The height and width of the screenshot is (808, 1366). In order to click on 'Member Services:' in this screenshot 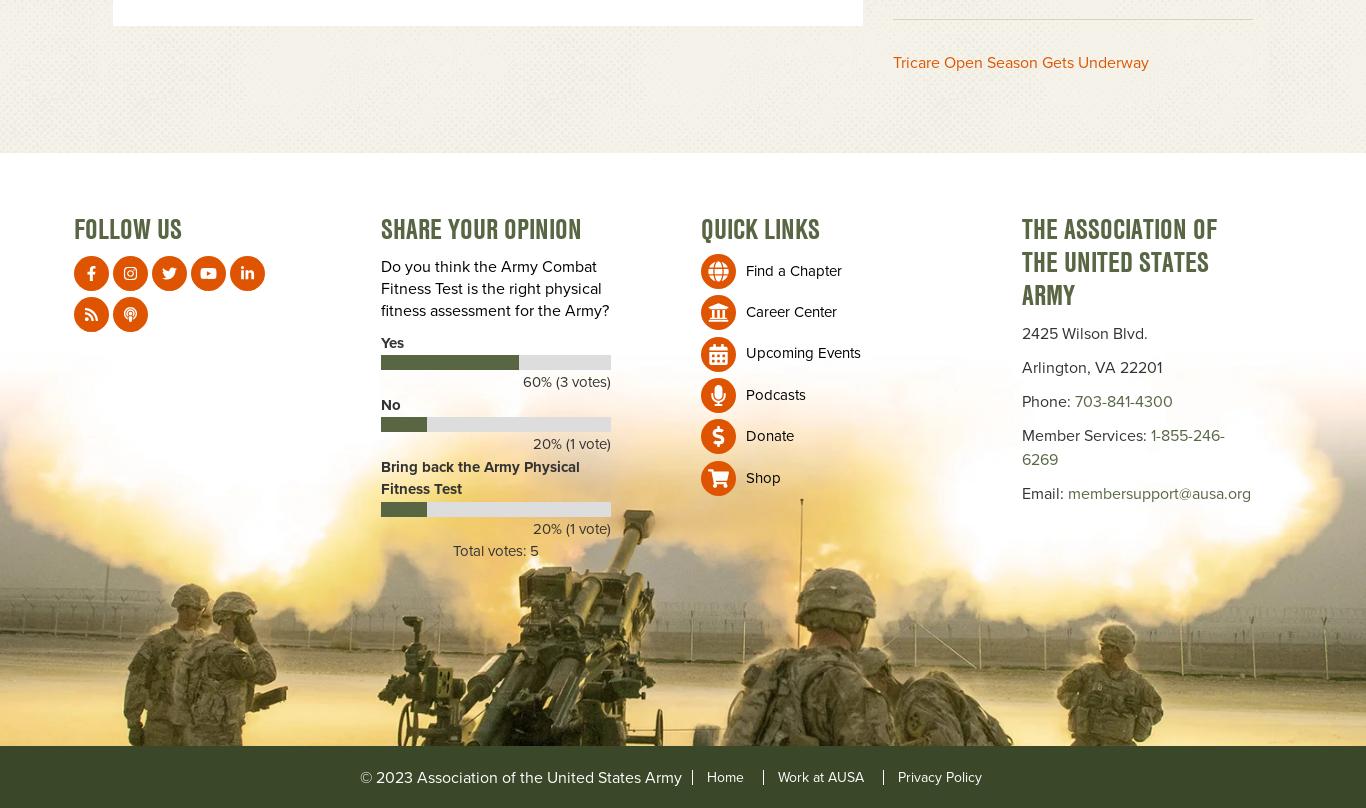, I will do `click(1020, 435)`.